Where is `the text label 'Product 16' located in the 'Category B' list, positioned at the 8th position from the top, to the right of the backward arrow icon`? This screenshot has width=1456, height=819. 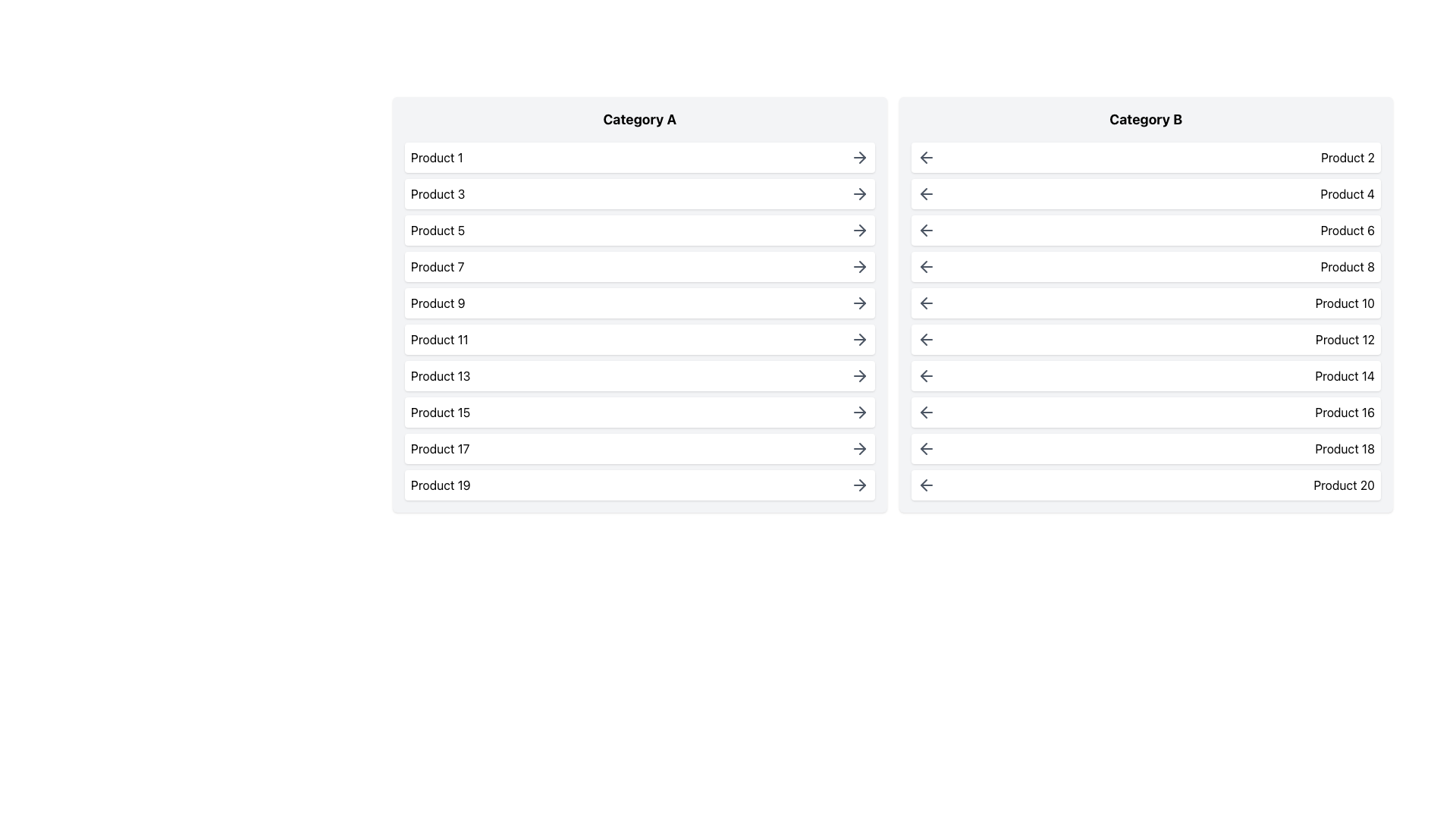
the text label 'Product 16' located in the 'Category B' list, positioned at the 8th position from the top, to the right of the backward arrow icon is located at coordinates (1345, 412).